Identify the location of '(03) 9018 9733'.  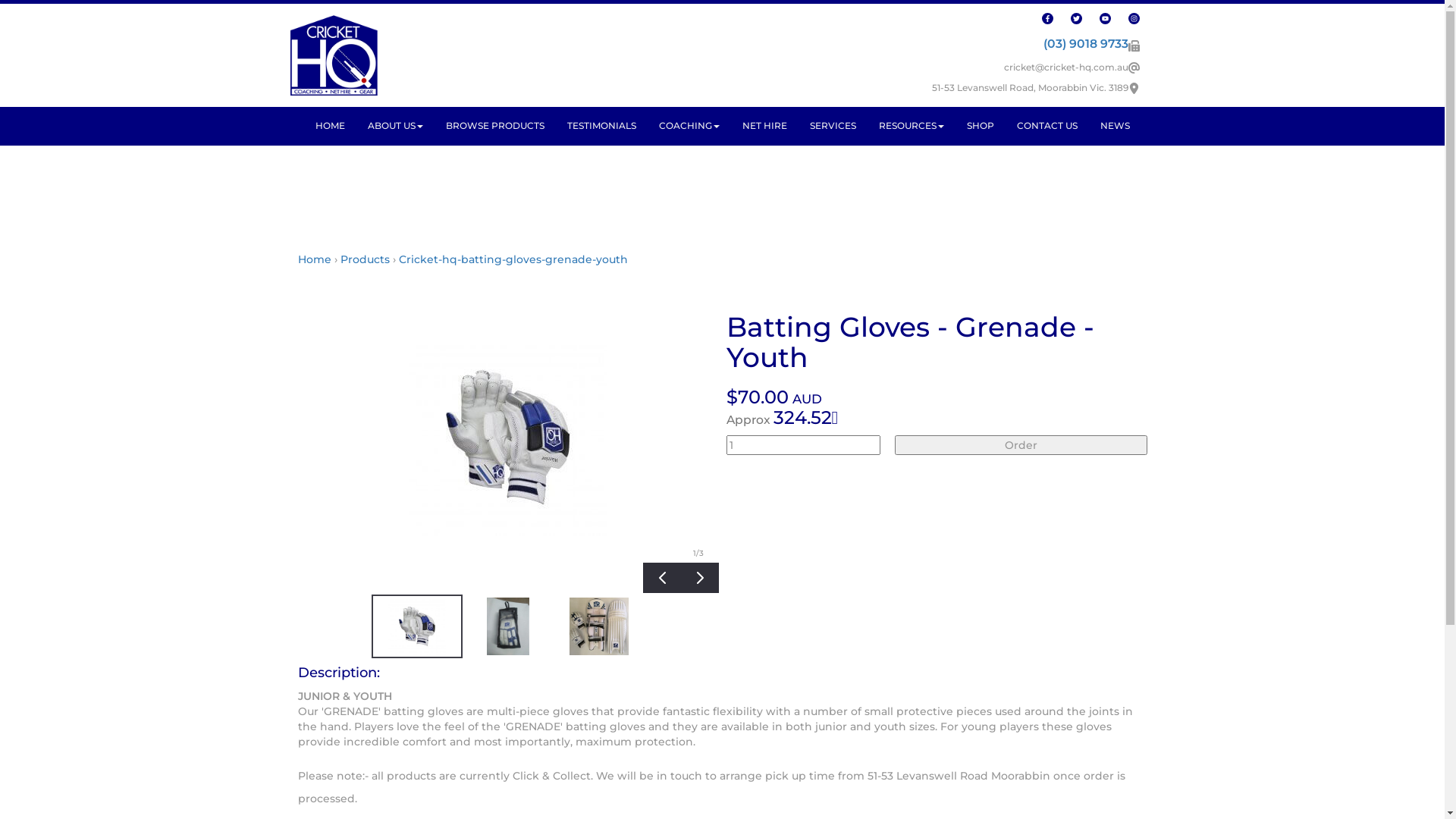
(1084, 42).